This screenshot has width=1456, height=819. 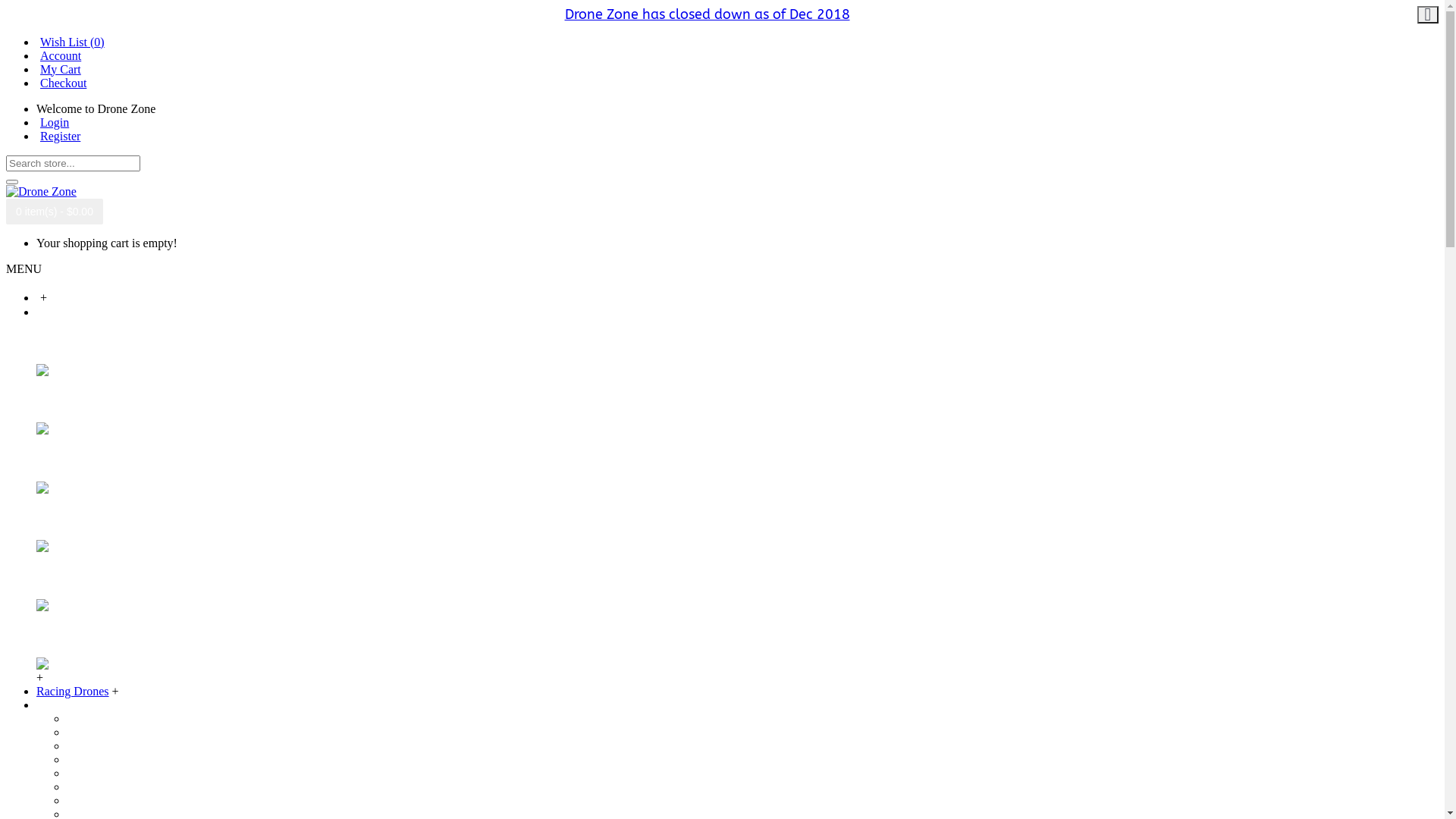 I want to click on 'DJI Phantom 3', so click(x=102, y=745).